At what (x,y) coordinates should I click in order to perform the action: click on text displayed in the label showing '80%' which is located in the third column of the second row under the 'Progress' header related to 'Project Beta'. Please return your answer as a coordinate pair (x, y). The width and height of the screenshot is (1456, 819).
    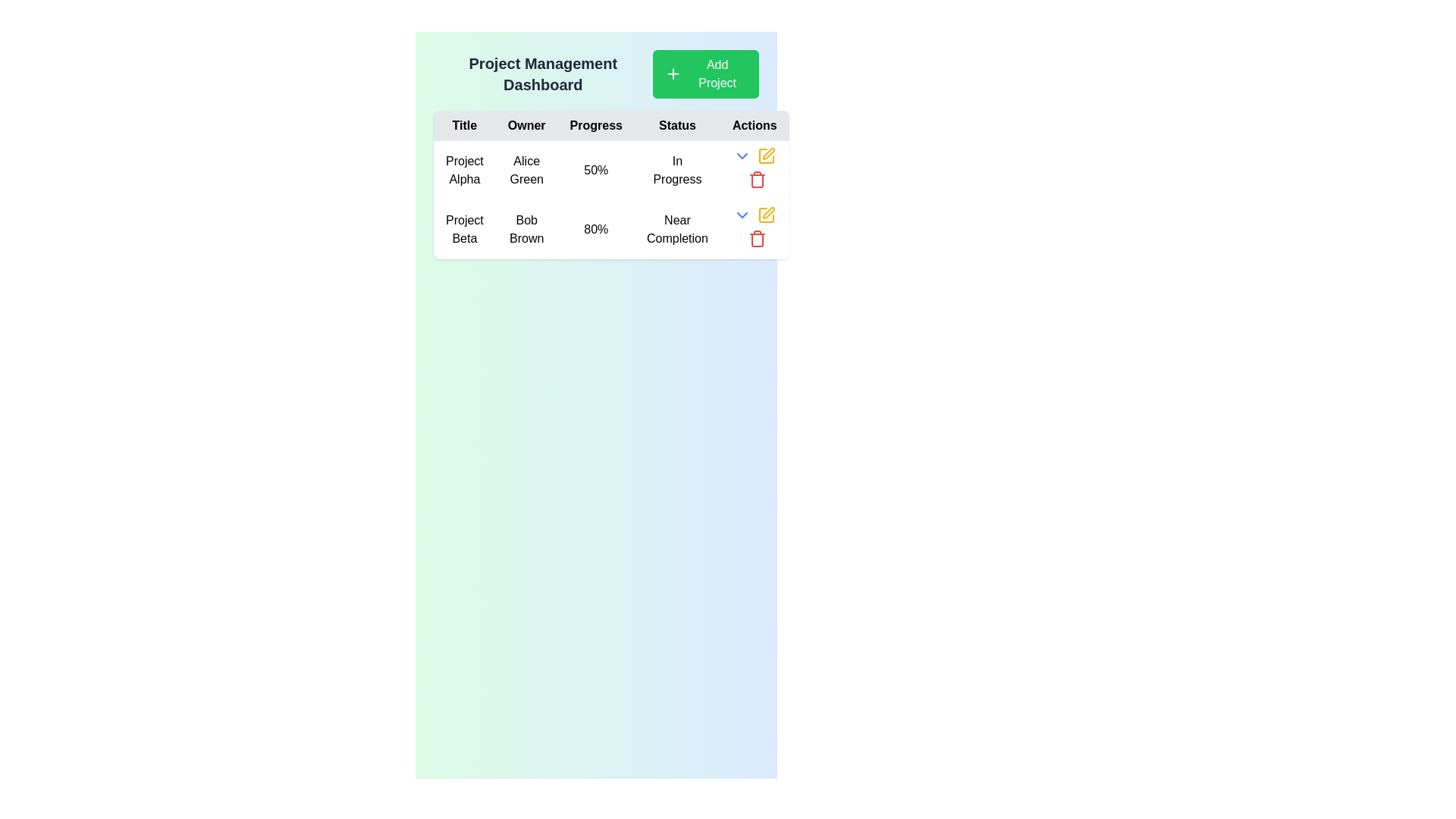
    Looking at the image, I should click on (595, 230).